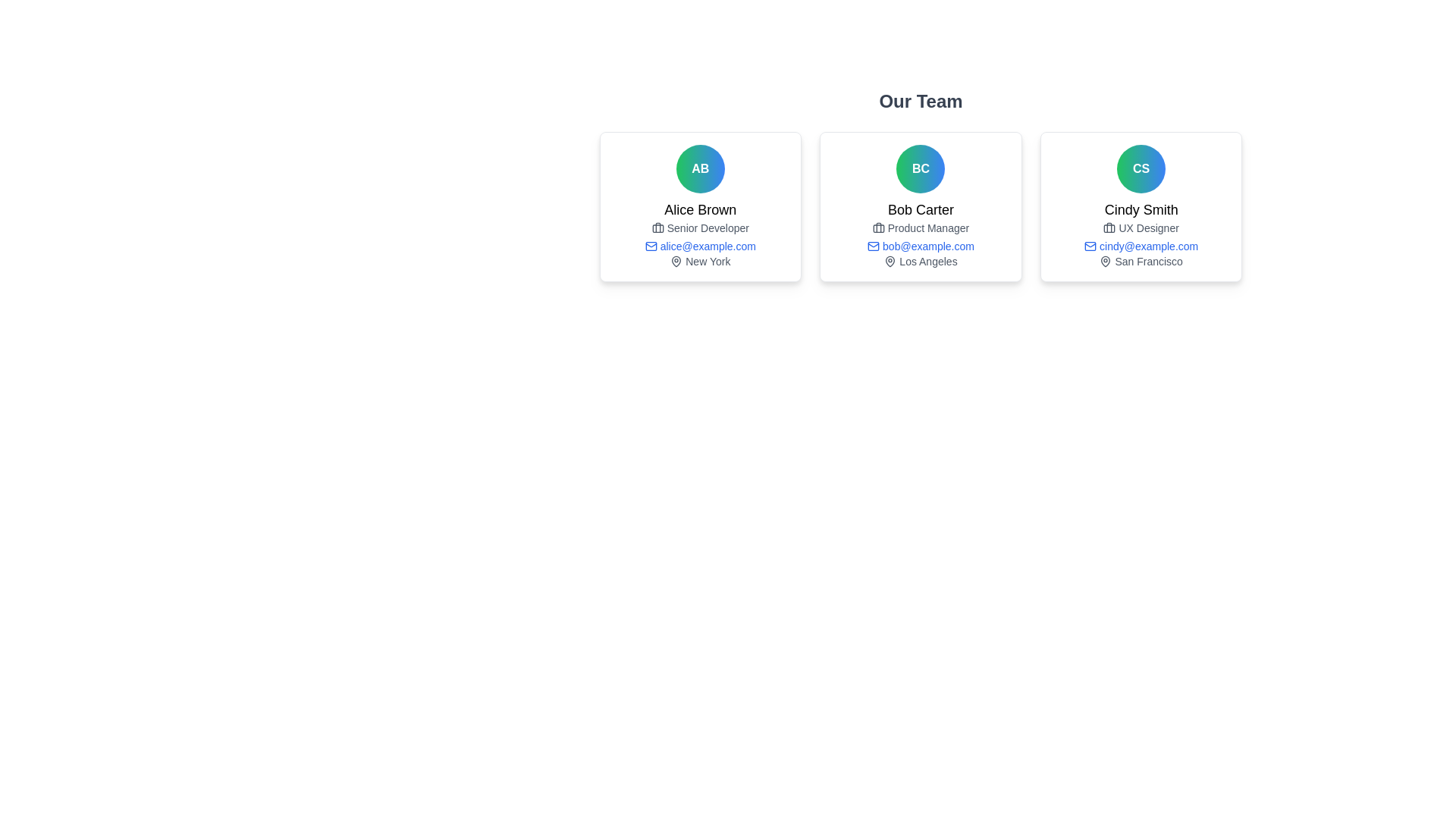 This screenshot has height=819, width=1456. I want to click on displayed text of the text label for 'Cindy Smith', which is centrally positioned within the card below the avatar and above the job title, so click(1141, 210).